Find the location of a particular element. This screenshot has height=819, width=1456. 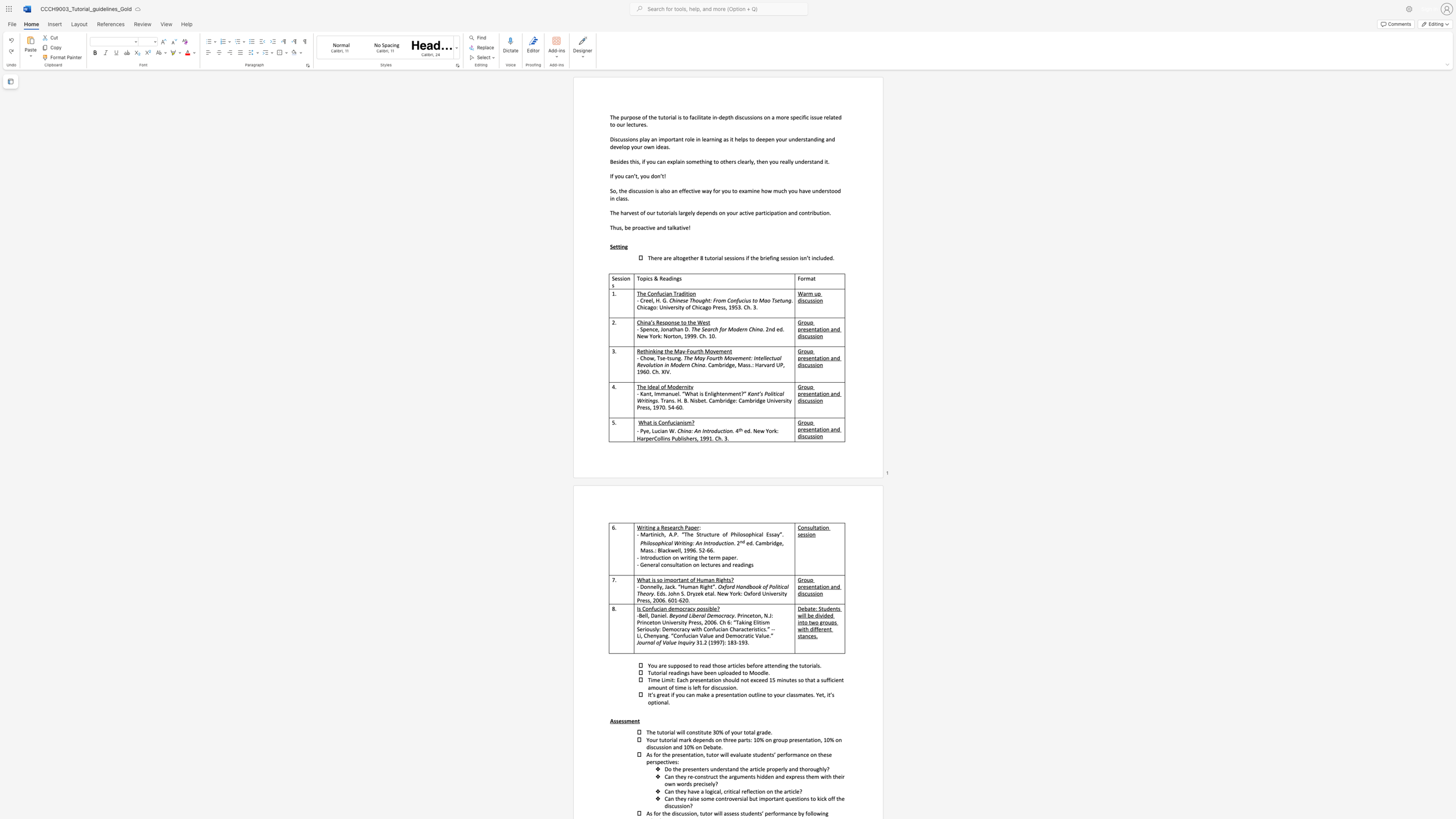

the subset text "the tutorial is to facilitate in-depth discussions on a more specific issue related to ou" within the text "The purpose of the tutorial is to facilitate in-depth discussions on a more specific issue related to our lectures." is located at coordinates (648, 117).